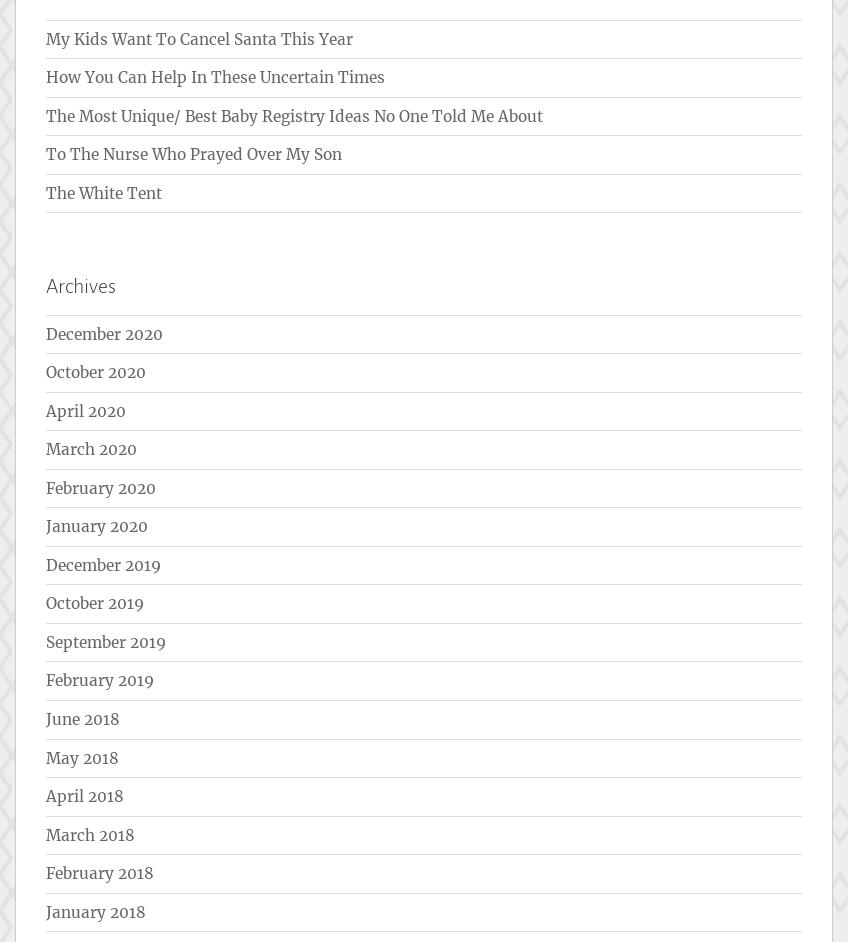 This screenshot has width=848, height=942. I want to click on 'February 2020', so click(100, 487).